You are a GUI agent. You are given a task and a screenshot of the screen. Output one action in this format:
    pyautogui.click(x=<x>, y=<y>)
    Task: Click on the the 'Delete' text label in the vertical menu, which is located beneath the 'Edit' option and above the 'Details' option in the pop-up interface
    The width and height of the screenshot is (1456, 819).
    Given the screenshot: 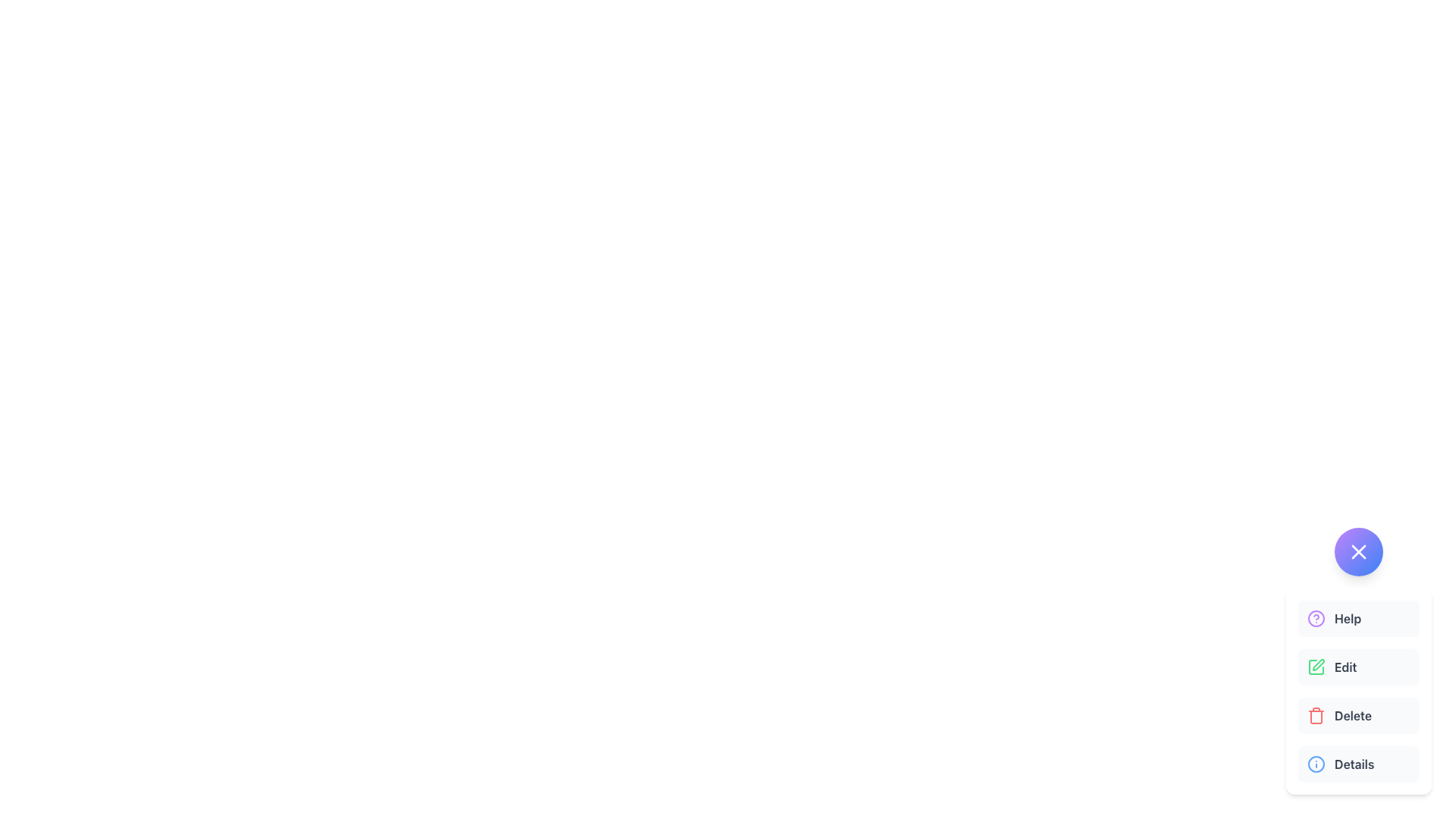 What is the action you would take?
    pyautogui.click(x=1353, y=716)
    